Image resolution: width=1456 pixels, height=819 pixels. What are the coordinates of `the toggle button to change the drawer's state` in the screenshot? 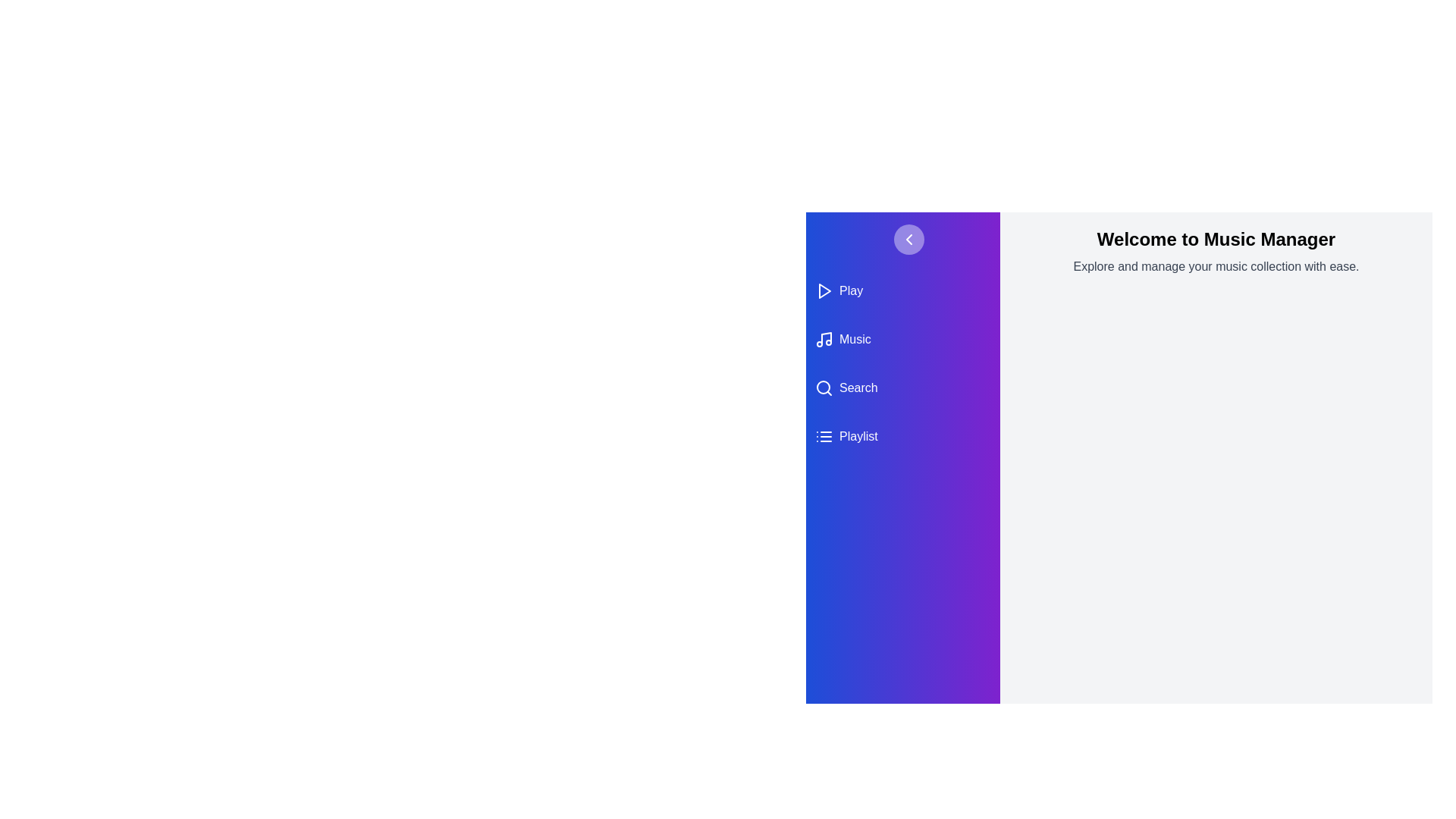 It's located at (909, 239).